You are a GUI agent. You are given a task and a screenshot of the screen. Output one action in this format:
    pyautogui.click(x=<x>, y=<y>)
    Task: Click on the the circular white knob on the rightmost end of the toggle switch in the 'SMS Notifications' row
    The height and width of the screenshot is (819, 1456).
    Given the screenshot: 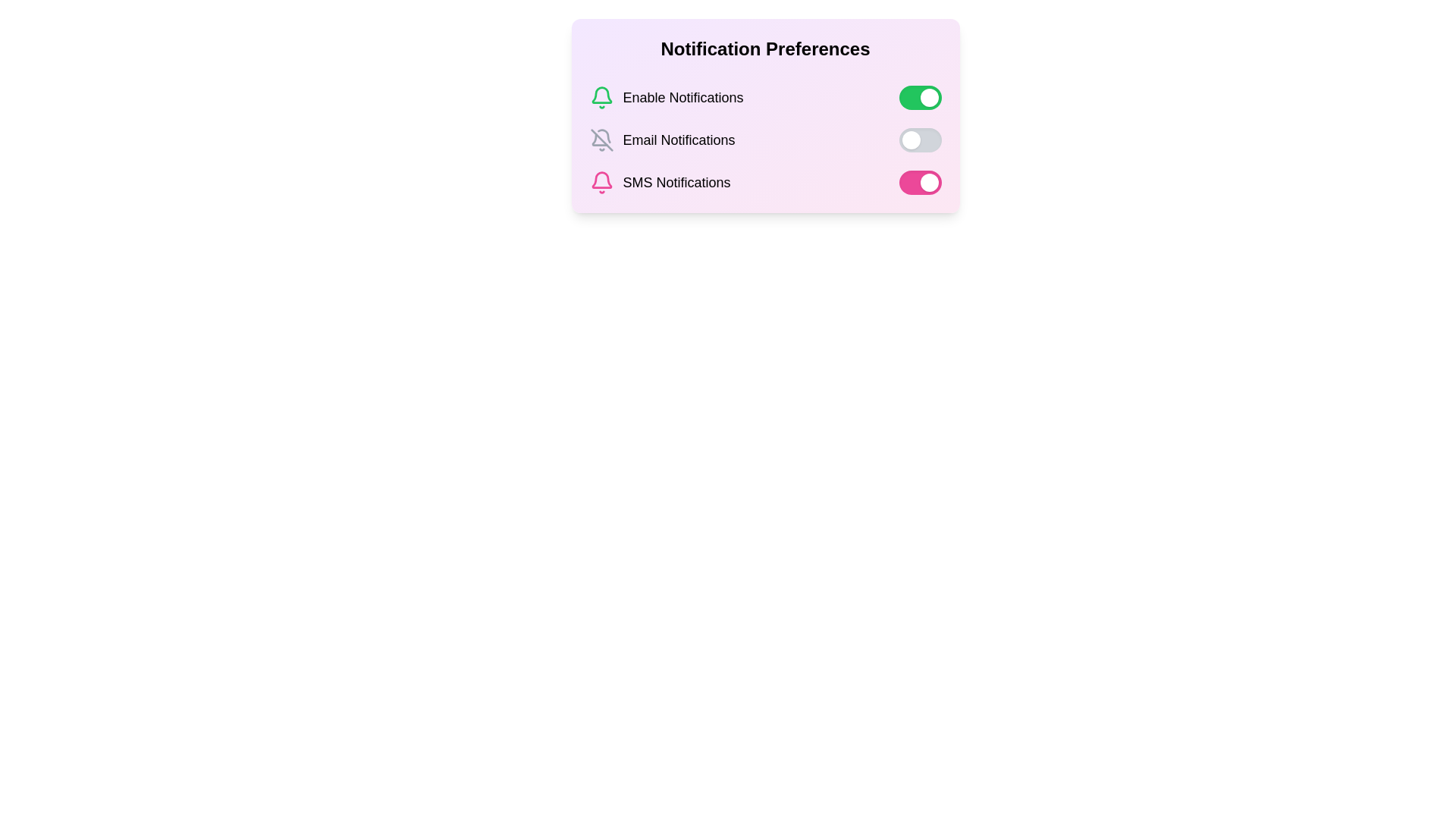 What is the action you would take?
    pyautogui.click(x=928, y=181)
    